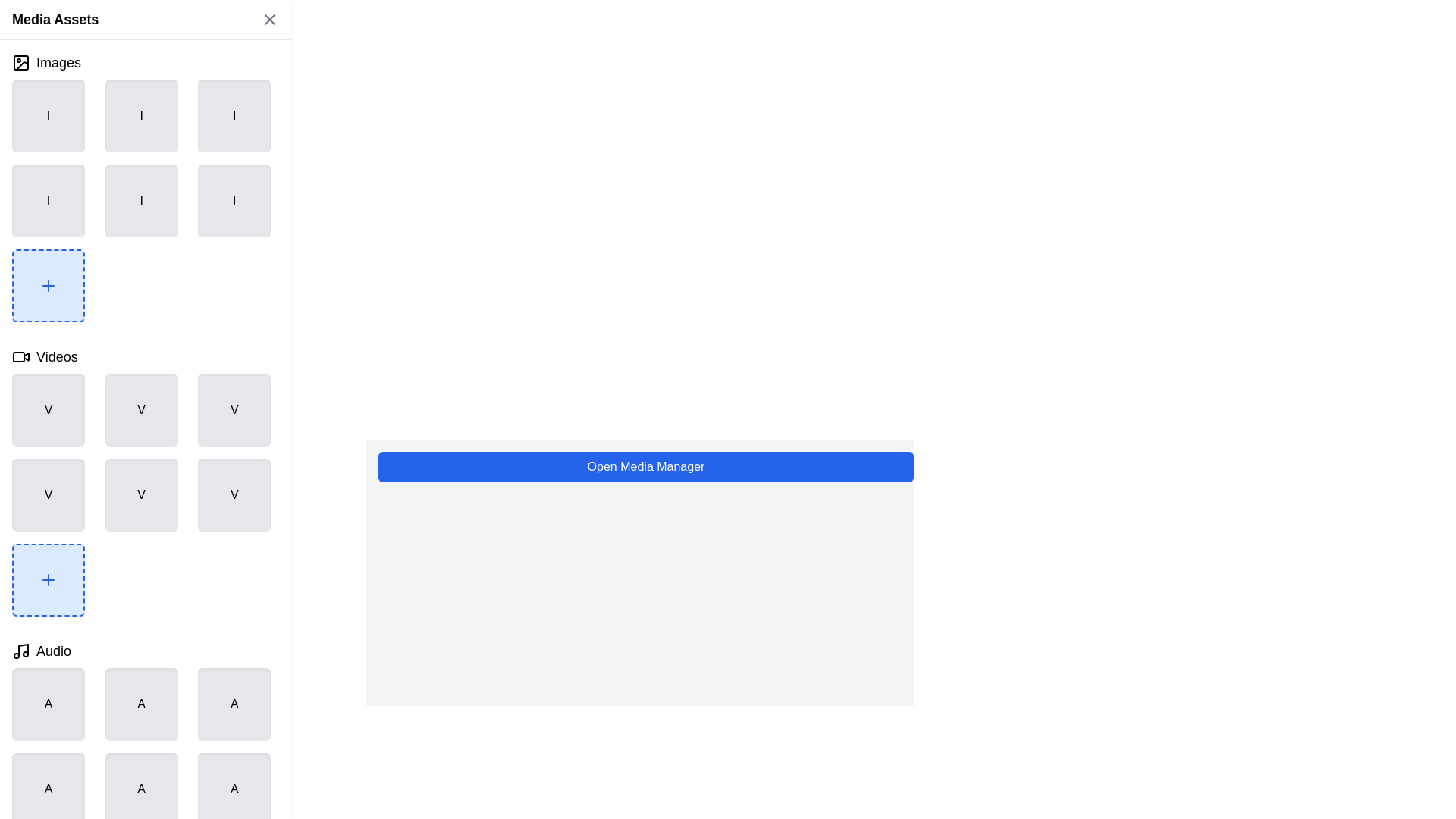 The image size is (1456, 819). Describe the element at coordinates (48, 579) in the screenshot. I see `the interactive button for adding or uploading videos located in the bottom-left corner of the grid under the 'Videos' section` at that location.